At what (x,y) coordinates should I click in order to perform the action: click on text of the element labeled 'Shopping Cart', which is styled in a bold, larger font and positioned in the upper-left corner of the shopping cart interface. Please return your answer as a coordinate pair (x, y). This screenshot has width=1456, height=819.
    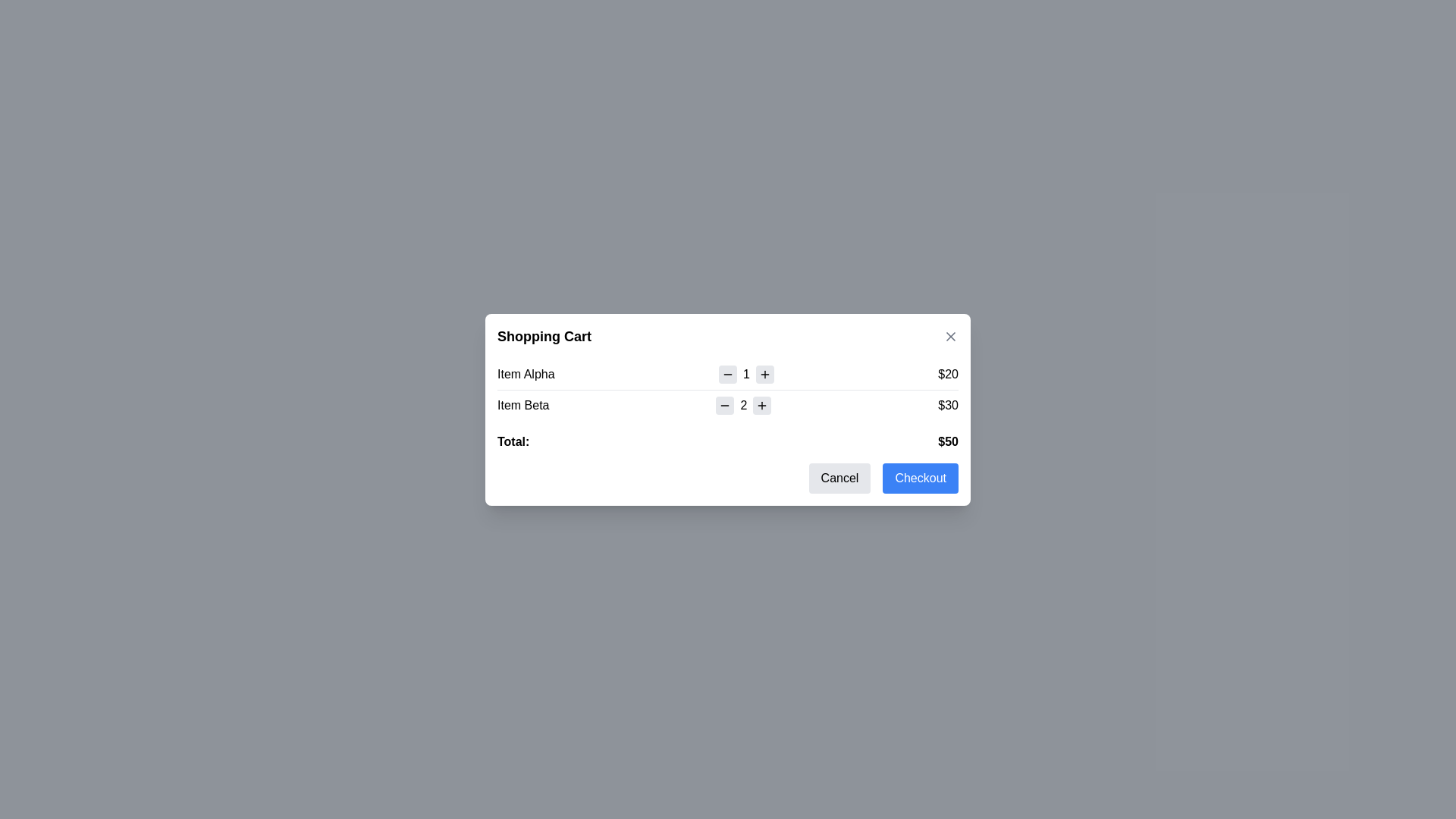
    Looking at the image, I should click on (544, 335).